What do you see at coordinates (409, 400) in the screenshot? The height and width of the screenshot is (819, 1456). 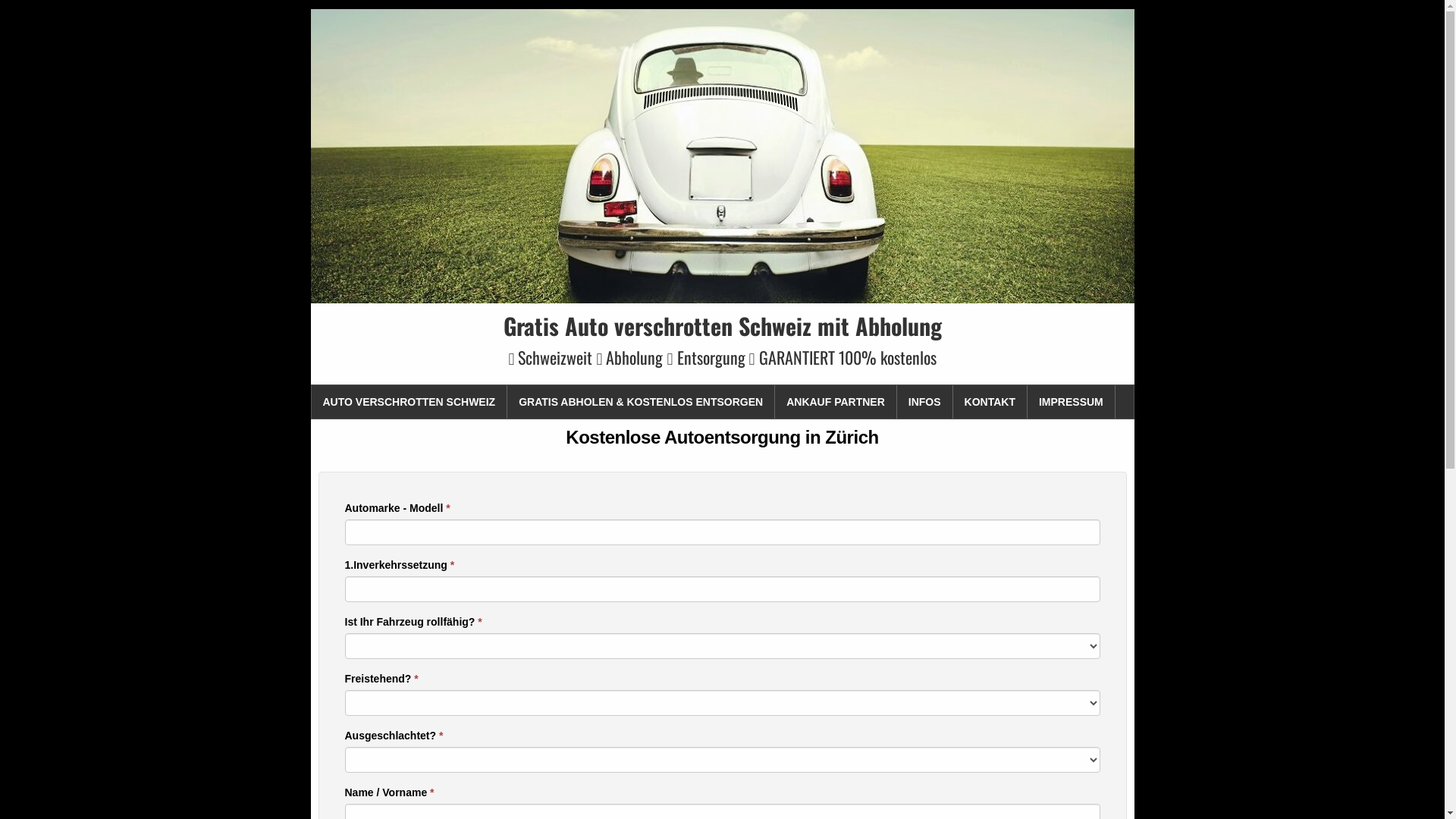 I see `'AUTO VERSCHROTTEN SCHWEIZ'` at bounding box center [409, 400].